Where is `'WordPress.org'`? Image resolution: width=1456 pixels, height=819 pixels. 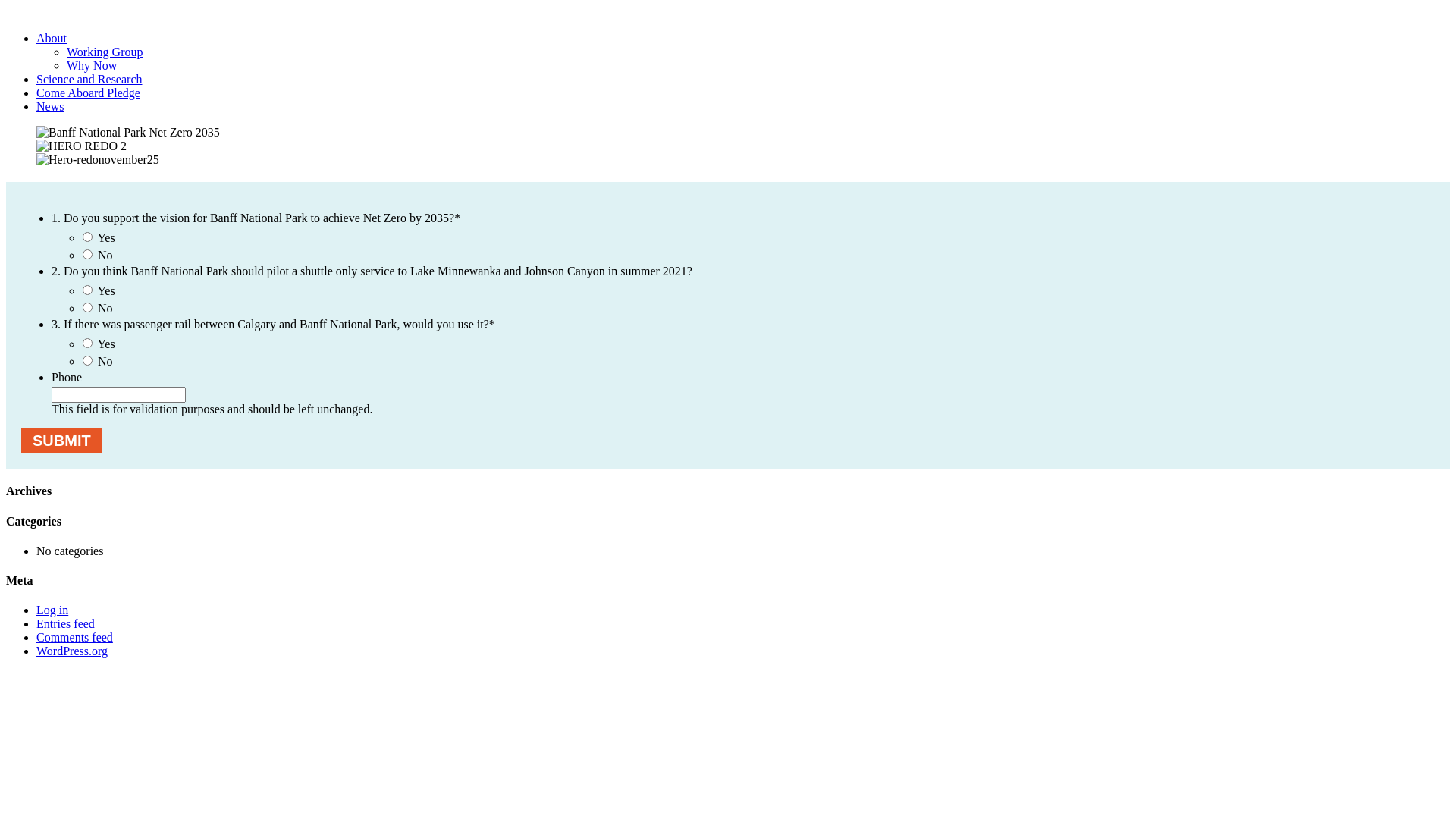 'WordPress.org' is located at coordinates (71, 650).